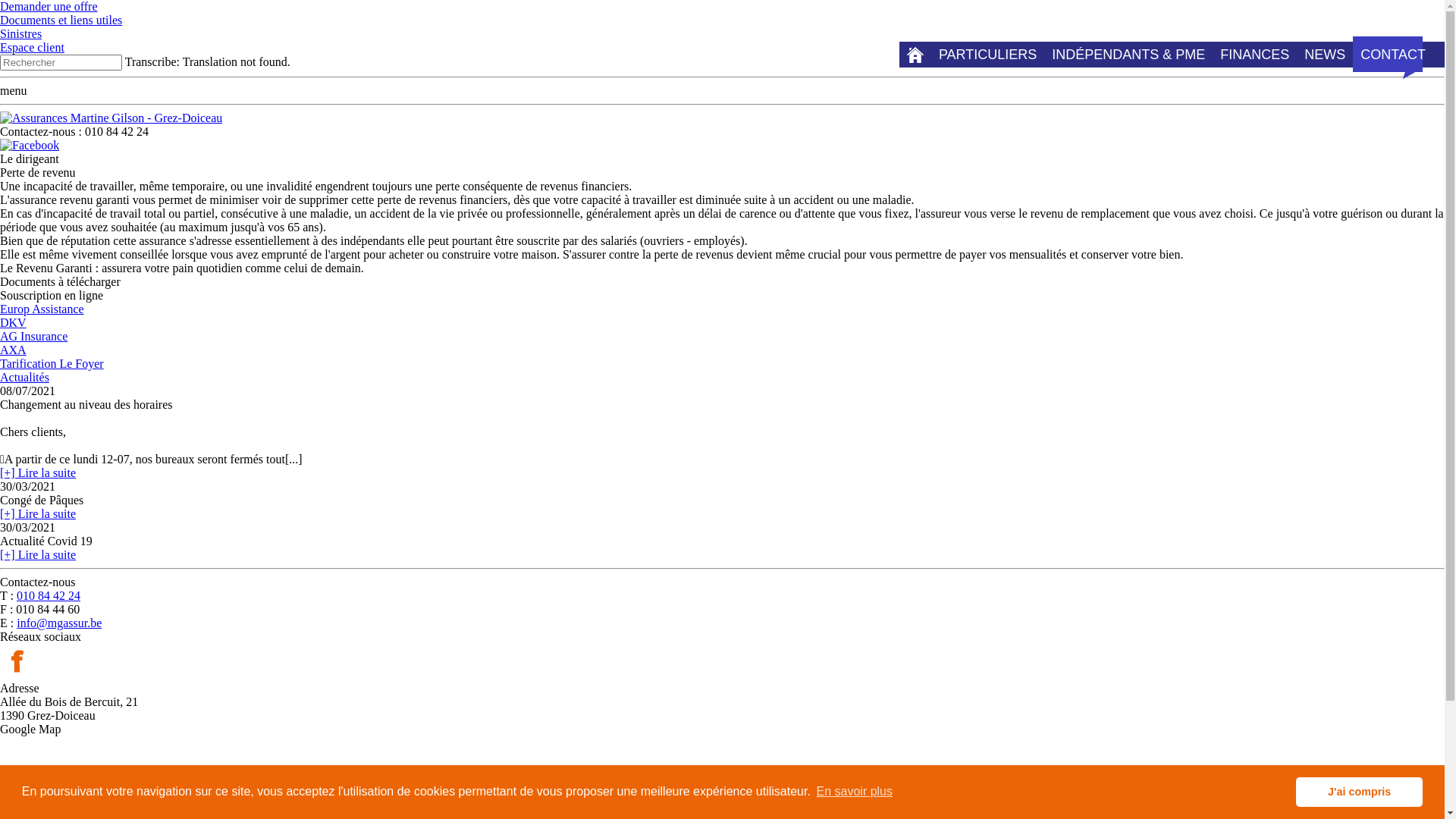 This screenshot has width=1456, height=819. What do you see at coordinates (17, 623) in the screenshot?
I see `'info@mgassur.be'` at bounding box center [17, 623].